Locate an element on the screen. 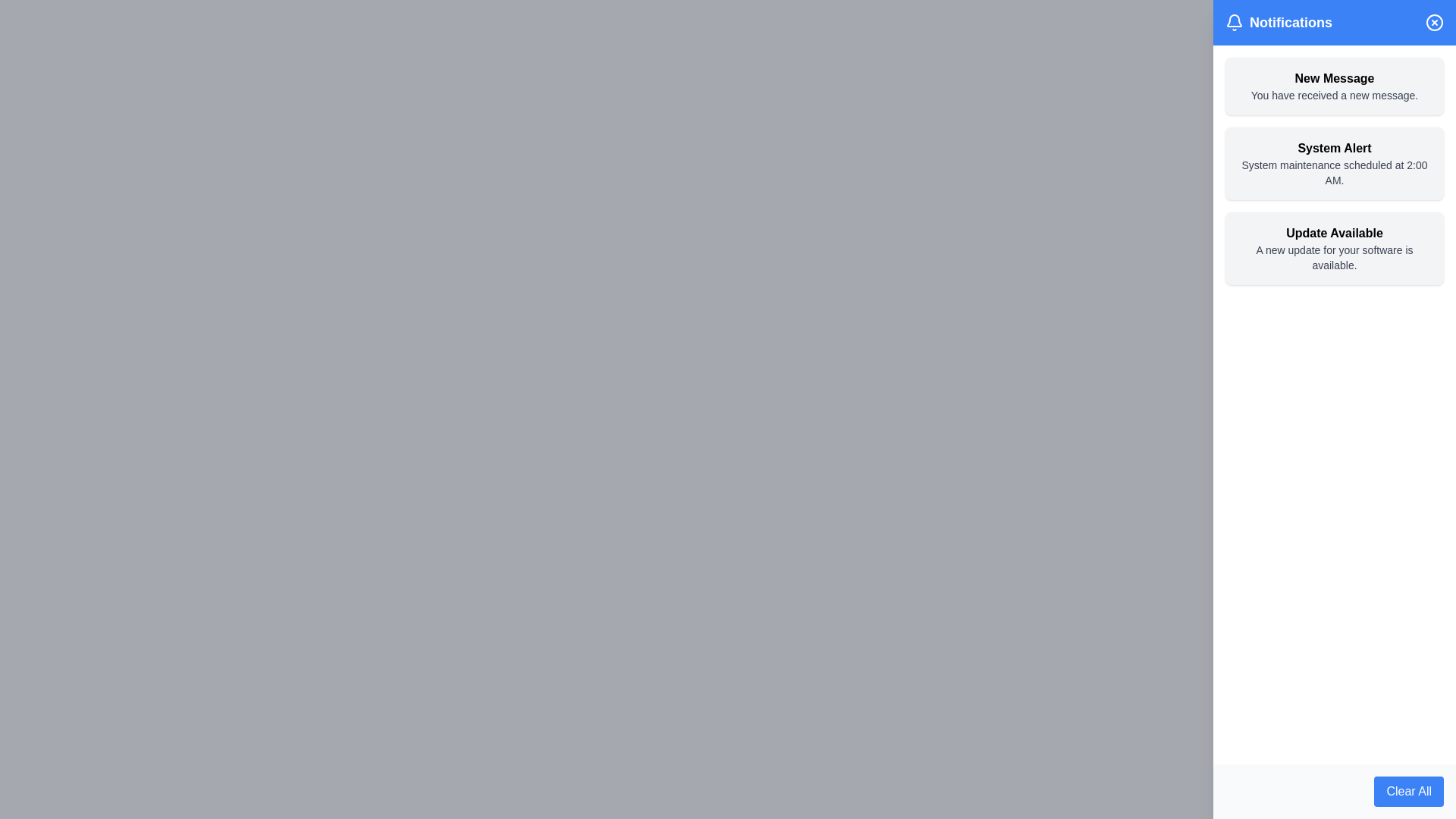 The height and width of the screenshot is (819, 1456). the bell icon located at the top-right corner of the header bar, which visually represents notifications or alerts is located at coordinates (1234, 23).